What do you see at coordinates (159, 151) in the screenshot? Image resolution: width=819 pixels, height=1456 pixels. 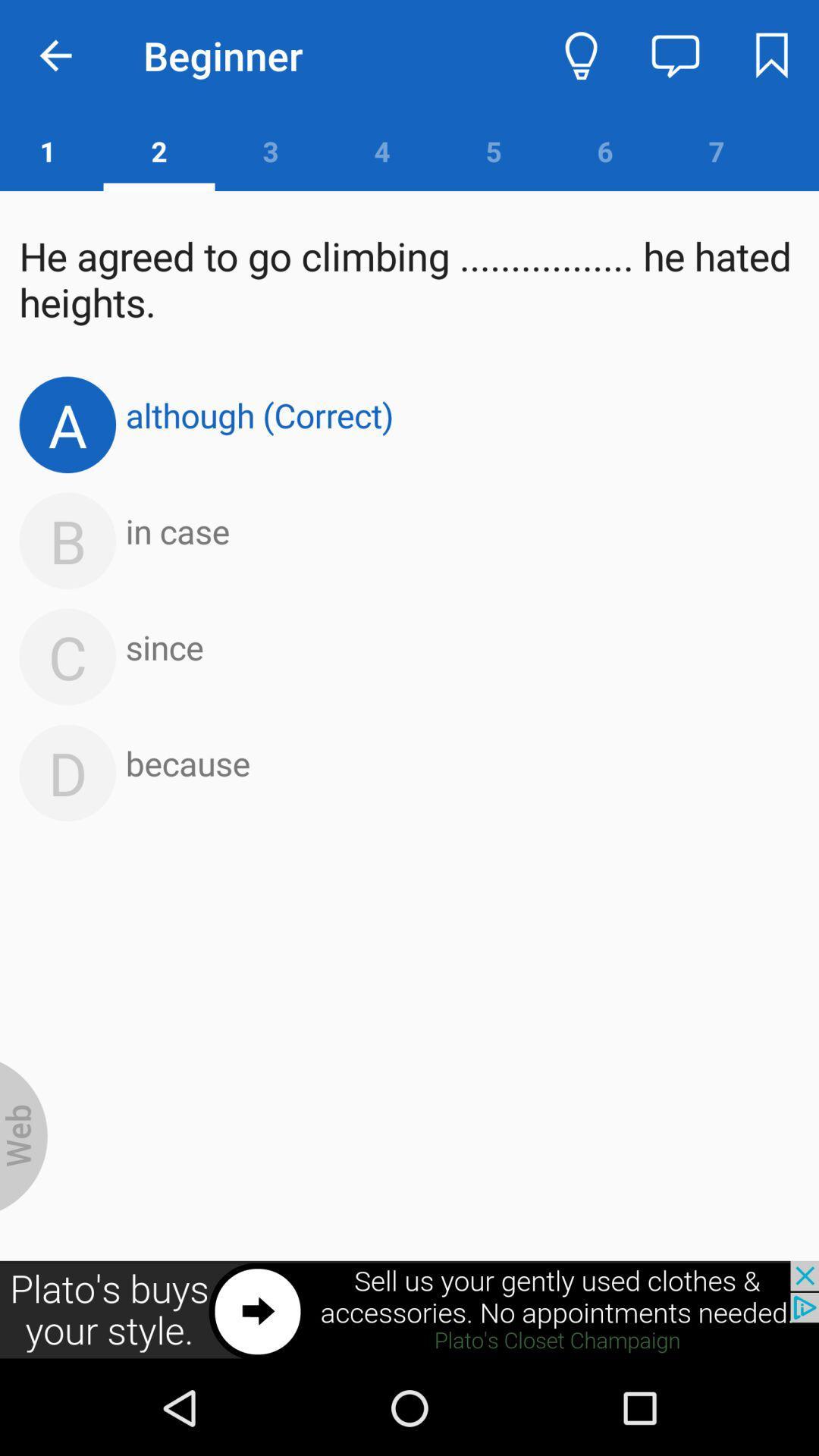 I see `the number 2 which is below beginner` at bounding box center [159, 151].